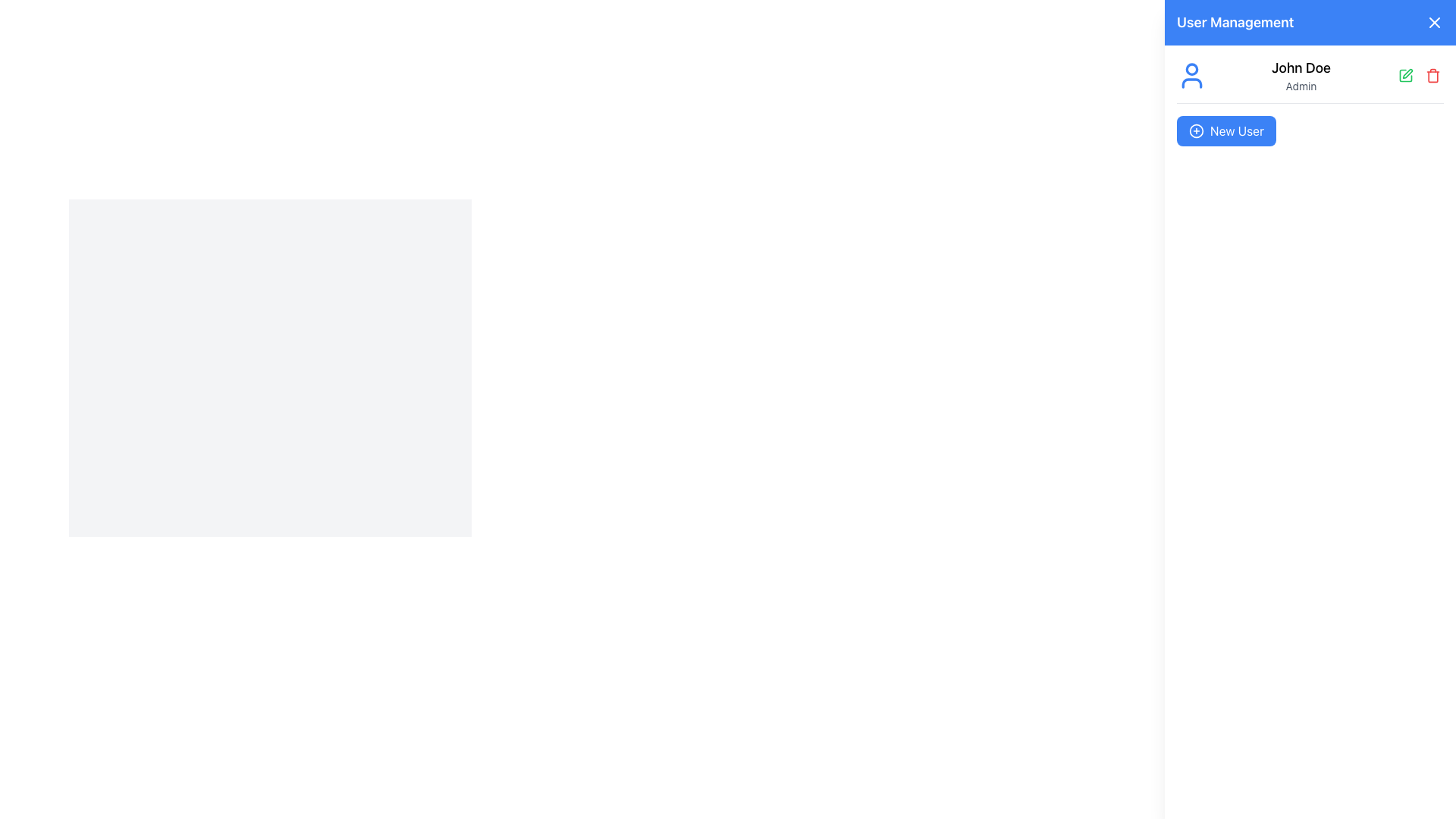 Image resolution: width=1456 pixels, height=819 pixels. Describe the element at coordinates (1433, 23) in the screenshot. I see `the diagonal cross icon in the User Management header` at that location.